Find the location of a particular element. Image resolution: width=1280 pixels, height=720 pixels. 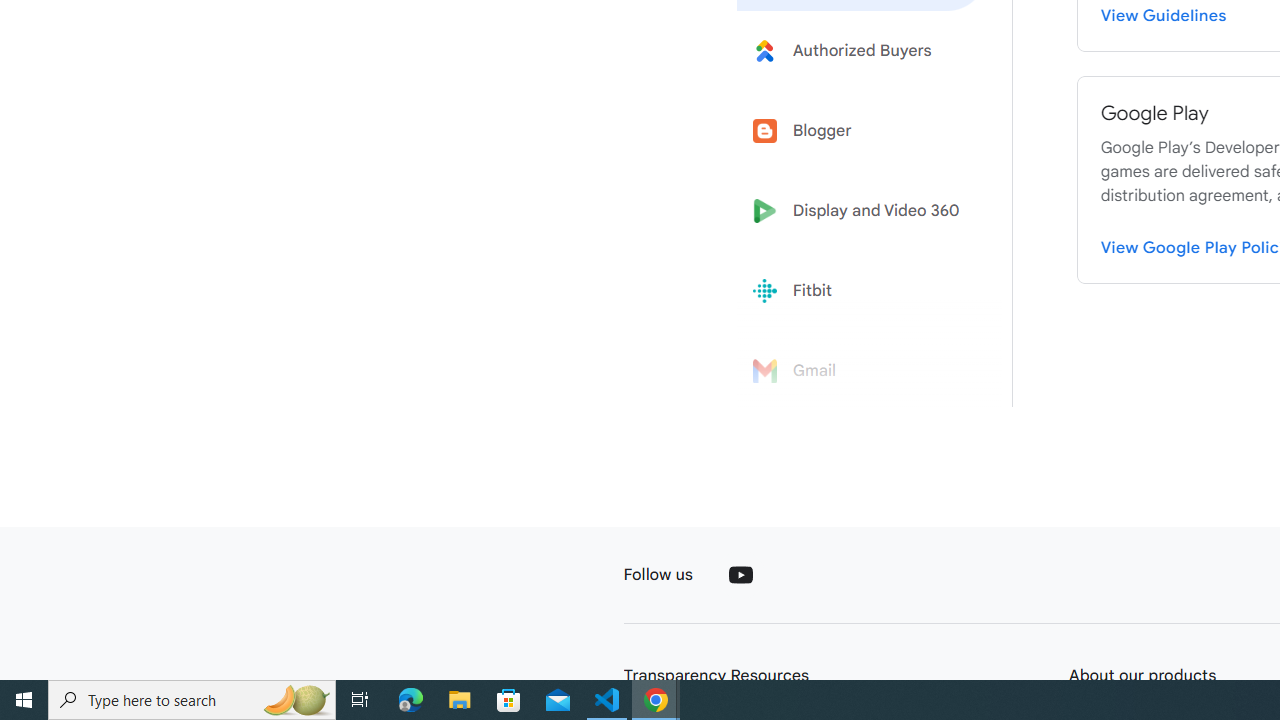

'Learn more about Authorized Buyers' is located at coordinates (862, 49).